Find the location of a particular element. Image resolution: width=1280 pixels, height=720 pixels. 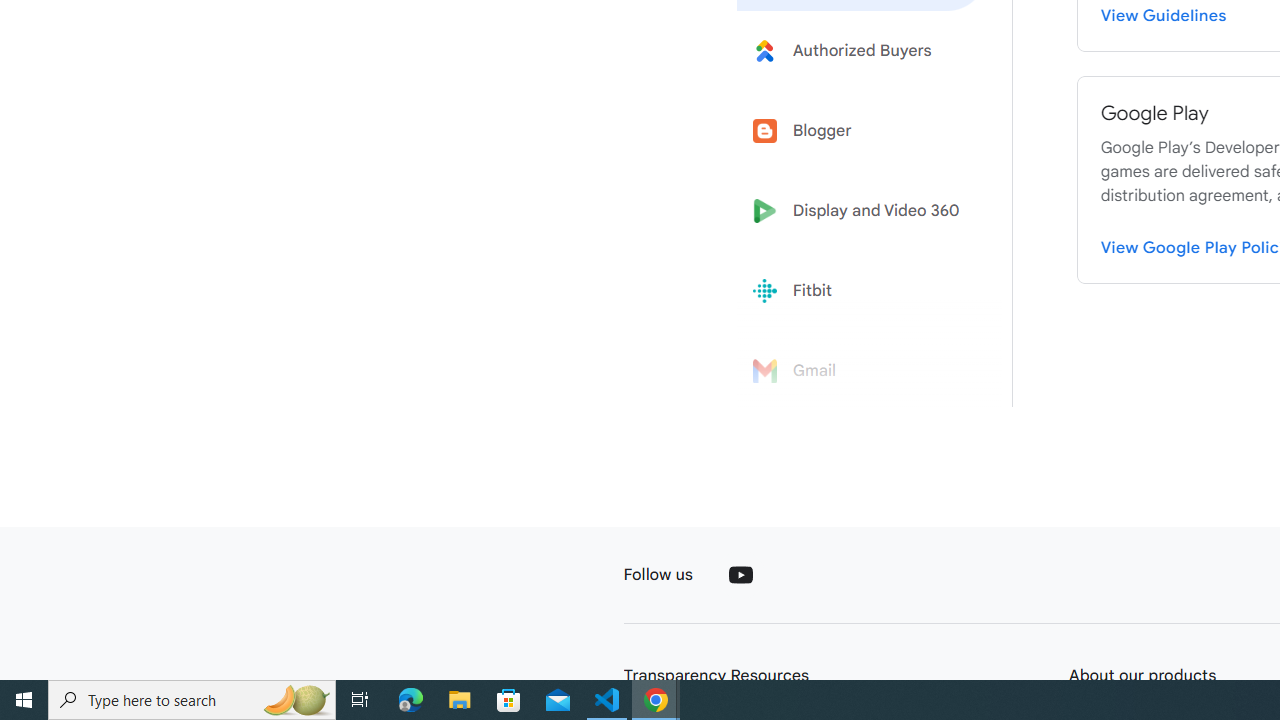

'Learn more about Authorized Buyers' is located at coordinates (862, 49).